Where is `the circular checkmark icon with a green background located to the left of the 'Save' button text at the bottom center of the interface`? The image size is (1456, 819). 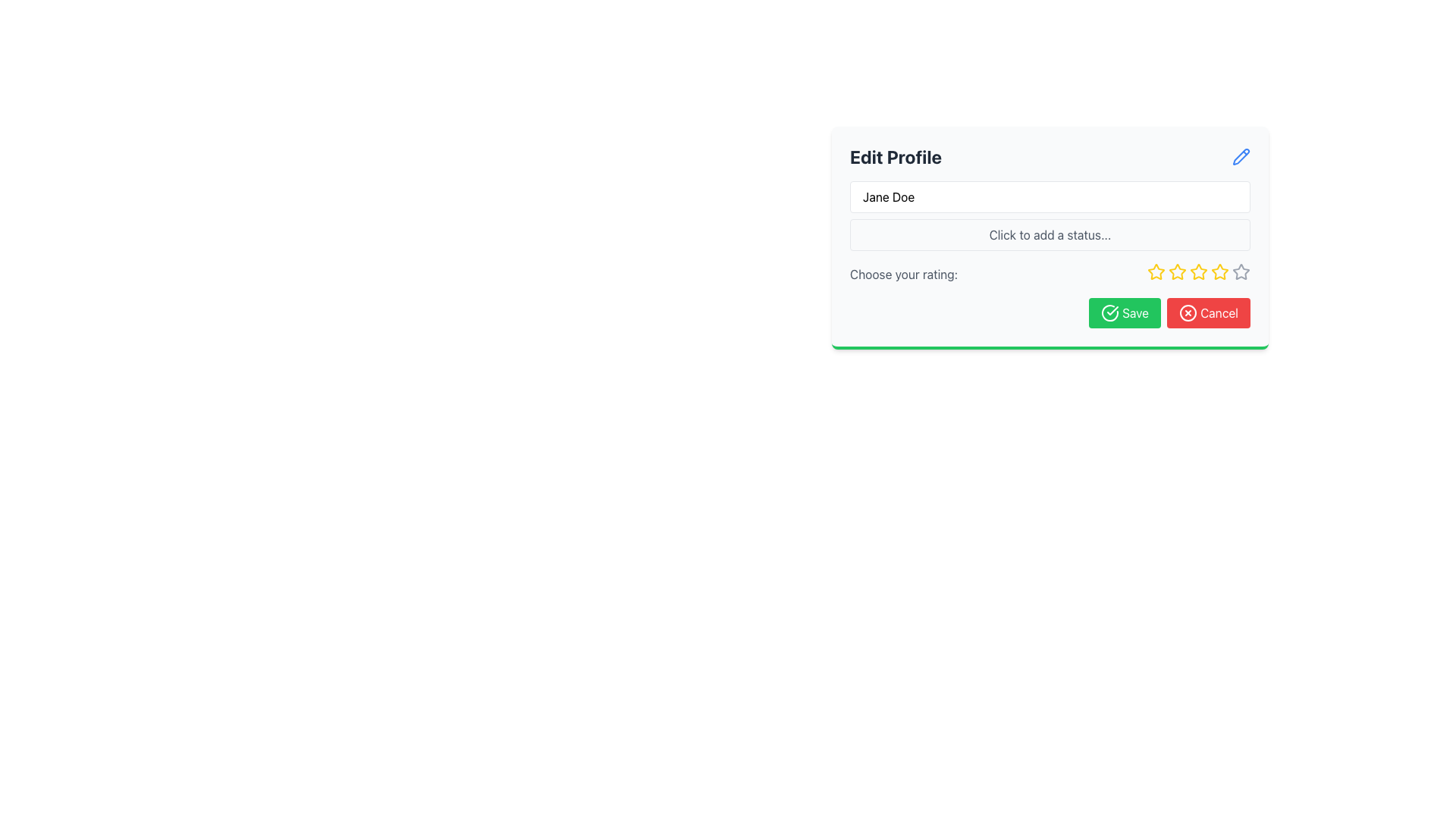 the circular checkmark icon with a green background located to the left of the 'Save' button text at the bottom center of the interface is located at coordinates (1110, 312).